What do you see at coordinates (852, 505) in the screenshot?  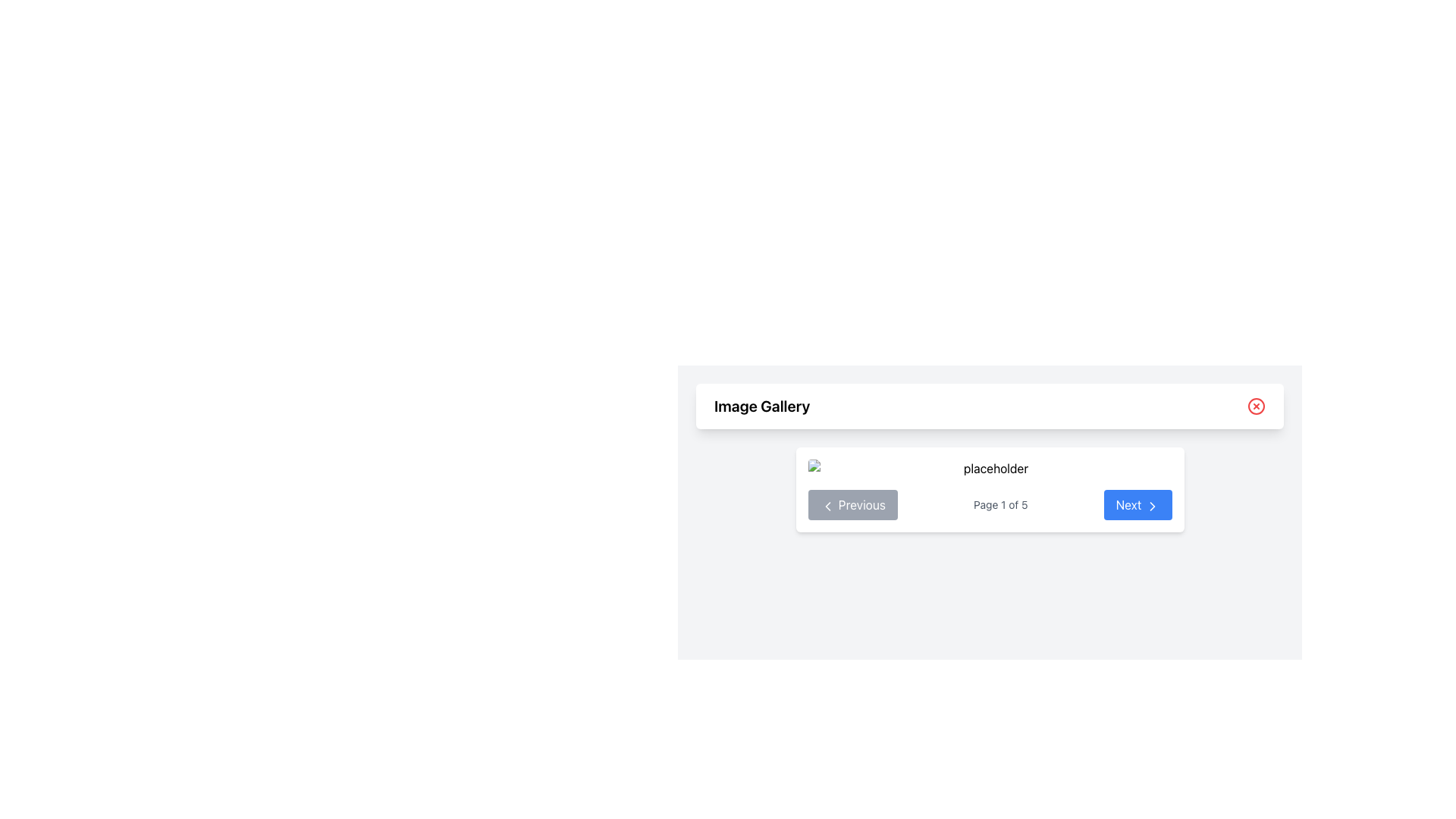 I see `the 'Previous' button with a blue background and white text` at bounding box center [852, 505].